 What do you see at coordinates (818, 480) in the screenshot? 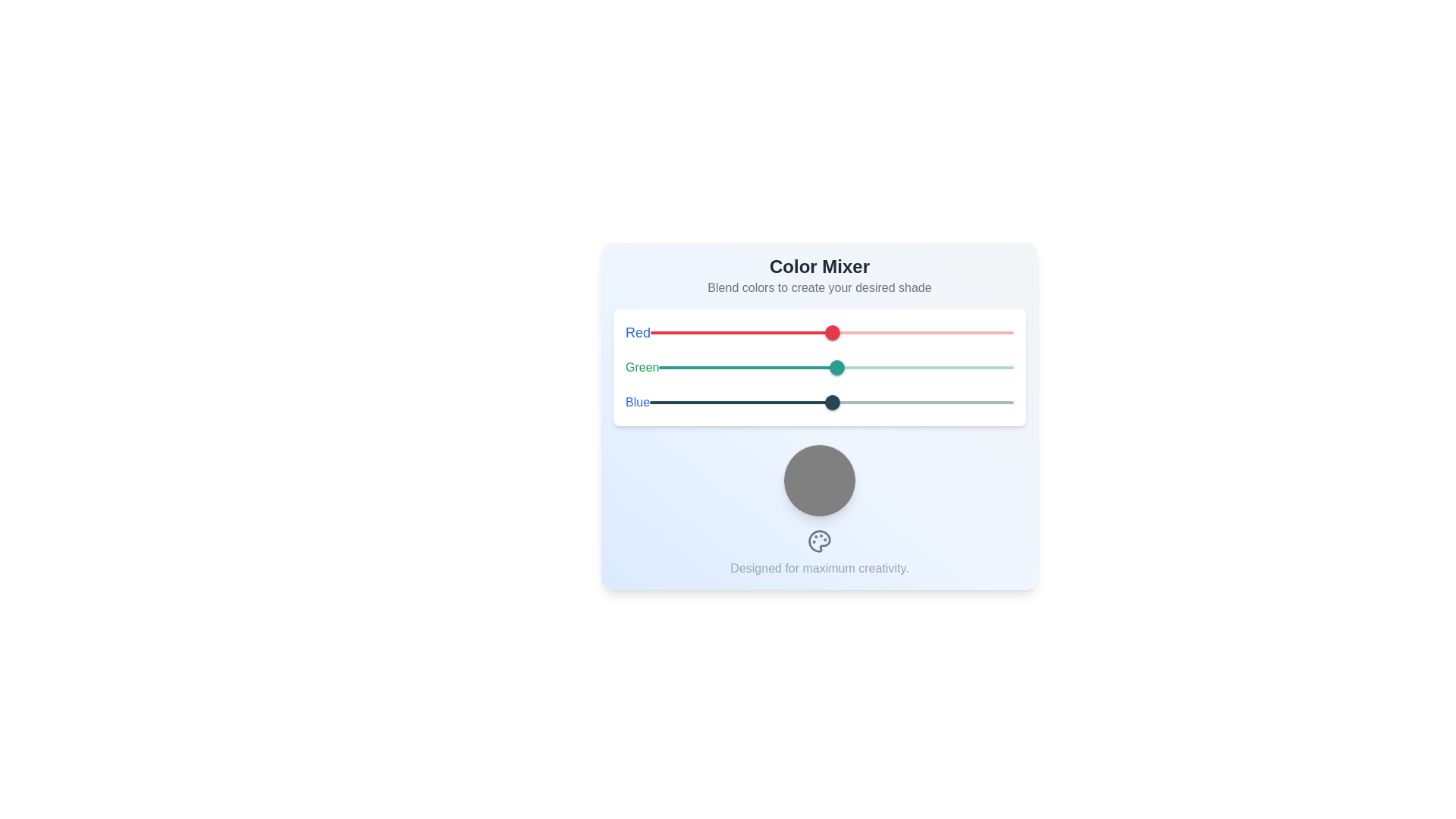
I see `the circular Color preview palette element, which is styled as a central gray circle with a shadow and border, located below the color sliders in the 'Color Mixer' interface` at bounding box center [818, 480].